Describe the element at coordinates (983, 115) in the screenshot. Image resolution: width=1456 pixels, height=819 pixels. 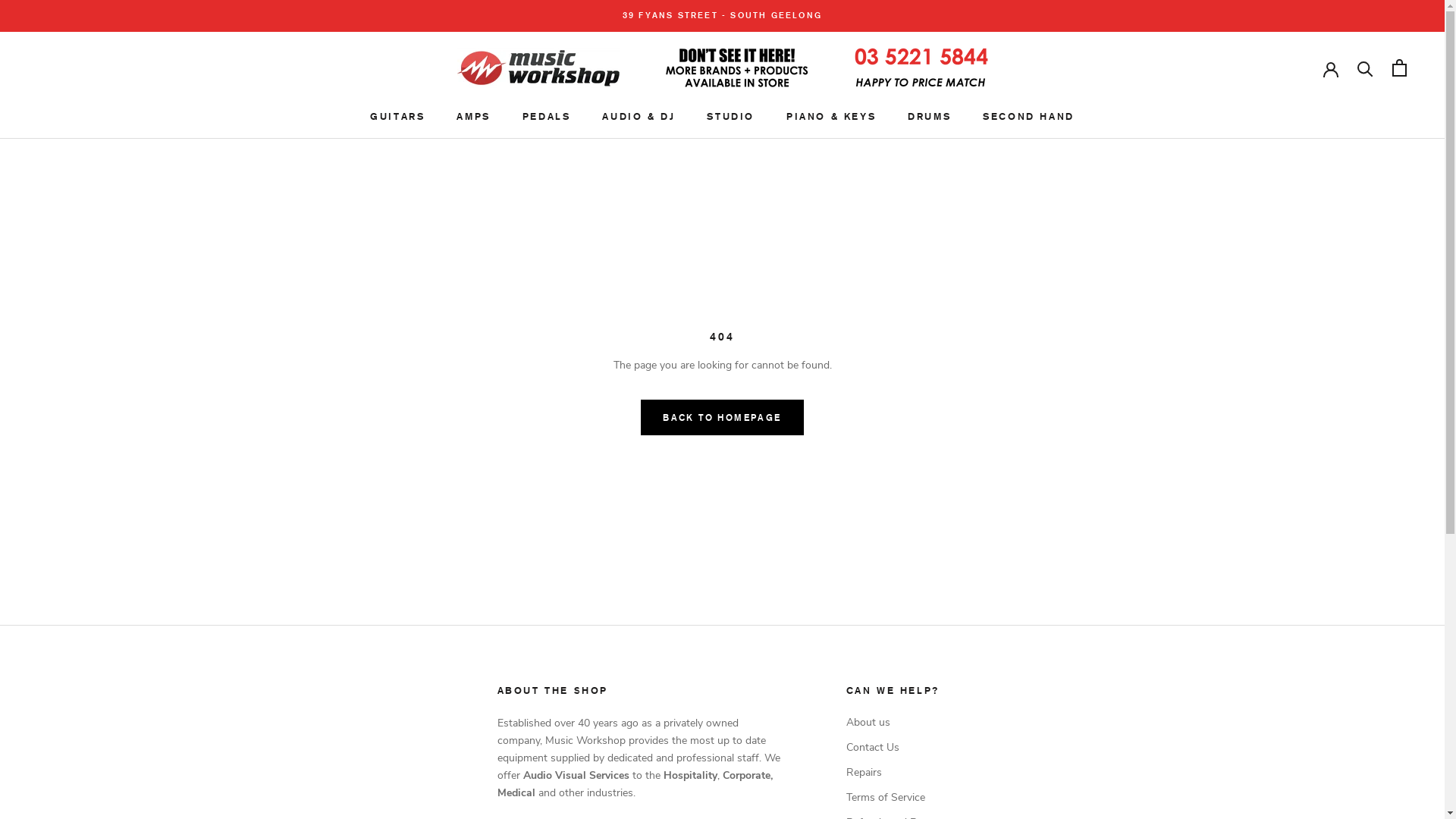
I see `'SECOND HAND` at that location.